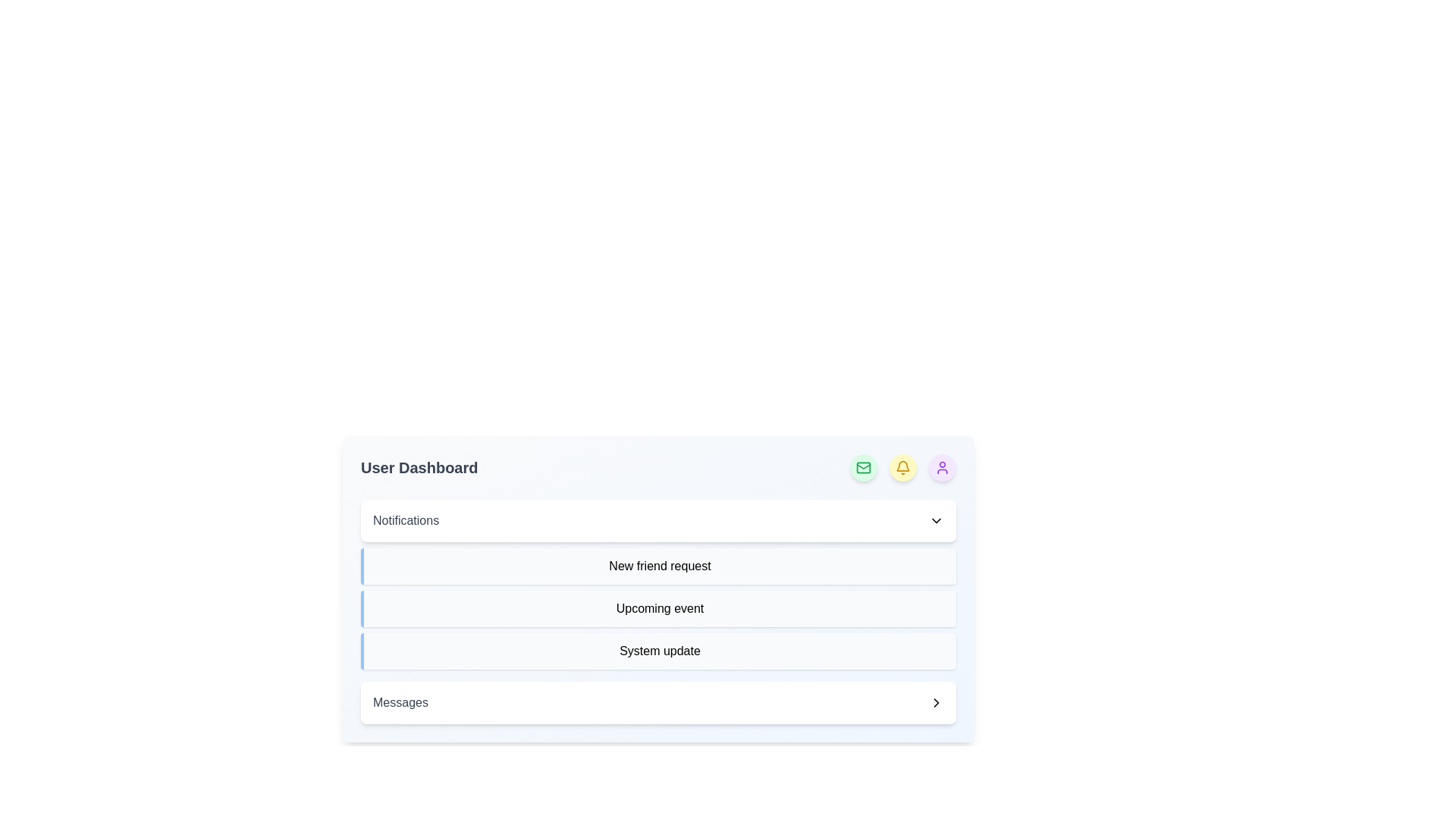 The image size is (1456, 819). Describe the element at coordinates (863, 467) in the screenshot. I see `the first circular button with an envelope icon located at the top-right corner of the interface` at that location.